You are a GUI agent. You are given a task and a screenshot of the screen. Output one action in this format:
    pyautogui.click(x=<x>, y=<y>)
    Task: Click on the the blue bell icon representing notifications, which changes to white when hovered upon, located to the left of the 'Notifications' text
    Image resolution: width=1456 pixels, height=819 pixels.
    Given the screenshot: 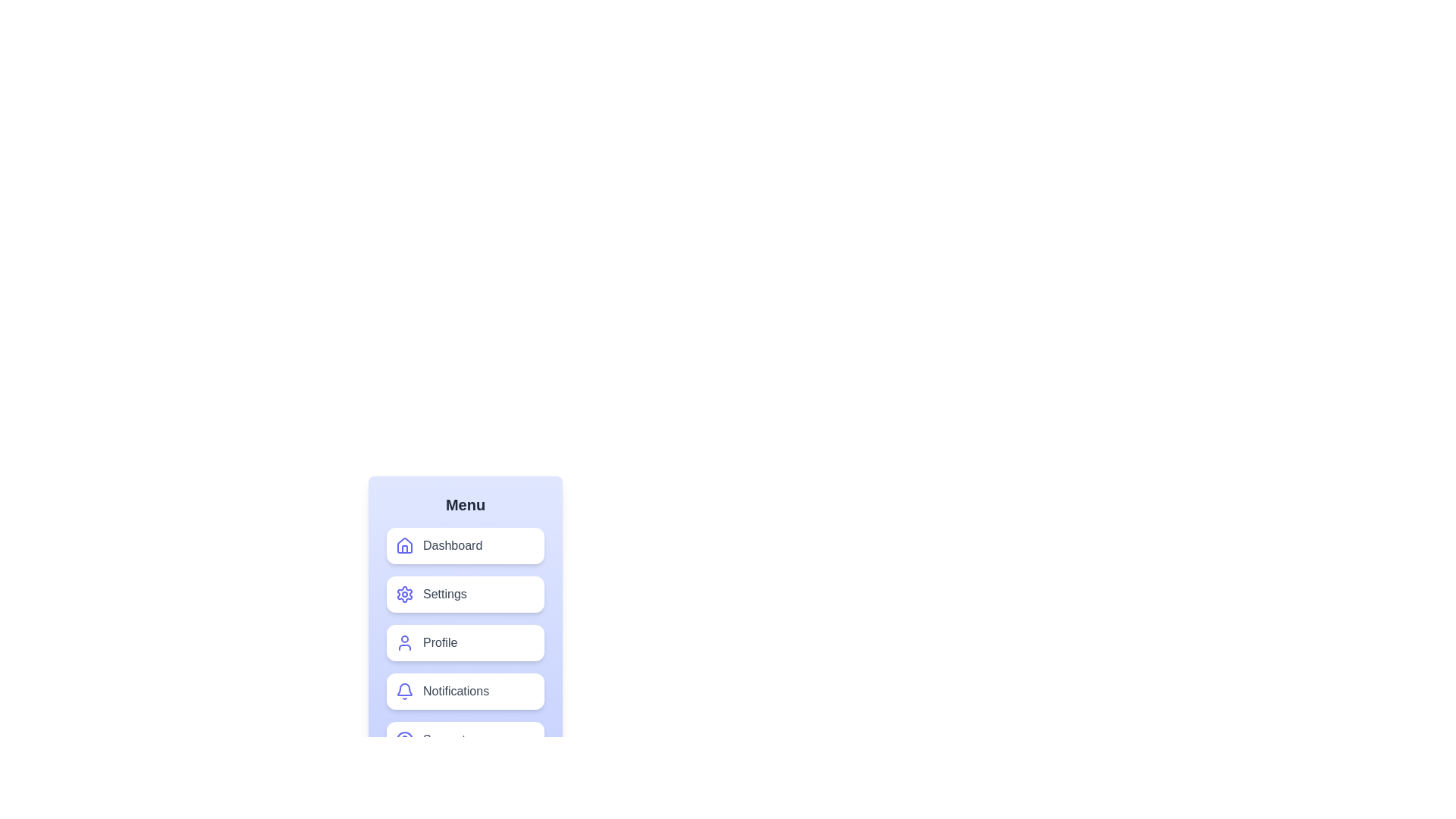 What is the action you would take?
    pyautogui.click(x=404, y=691)
    